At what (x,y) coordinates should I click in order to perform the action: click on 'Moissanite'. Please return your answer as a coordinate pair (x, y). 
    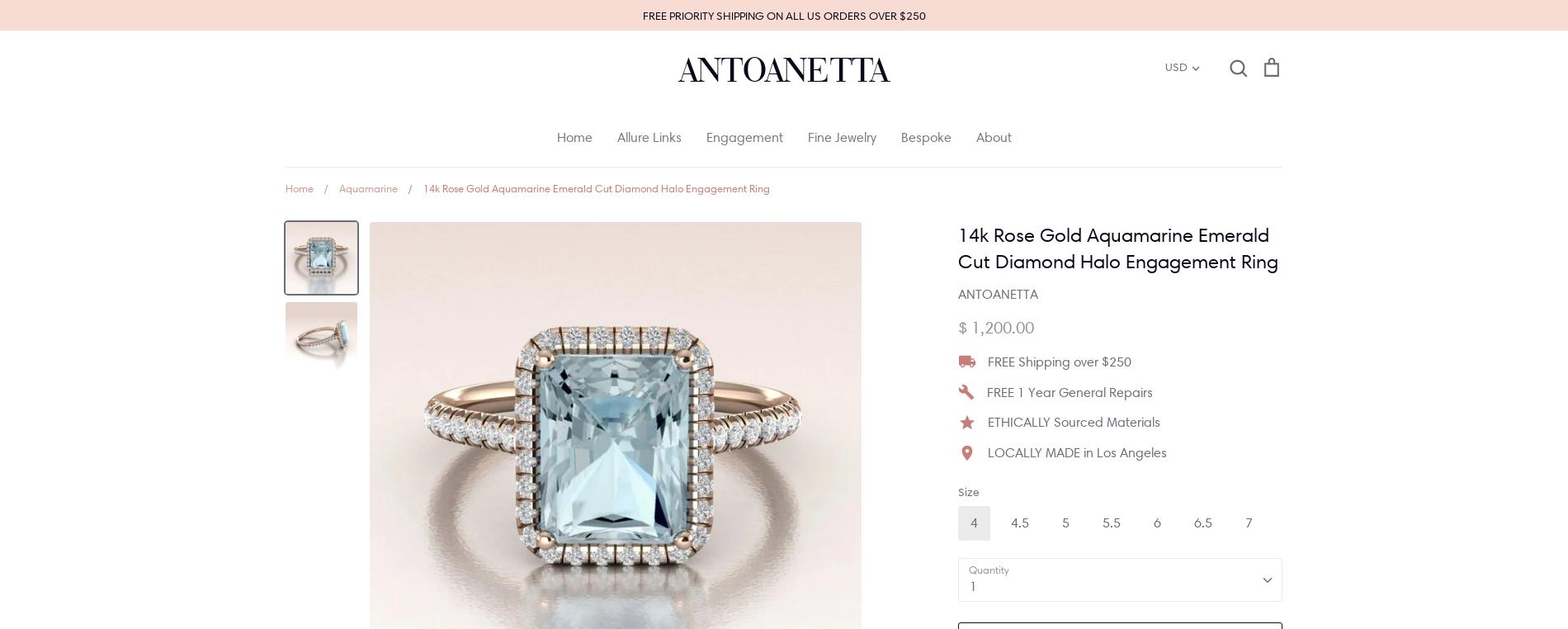
    Looking at the image, I should click on (938, 261).